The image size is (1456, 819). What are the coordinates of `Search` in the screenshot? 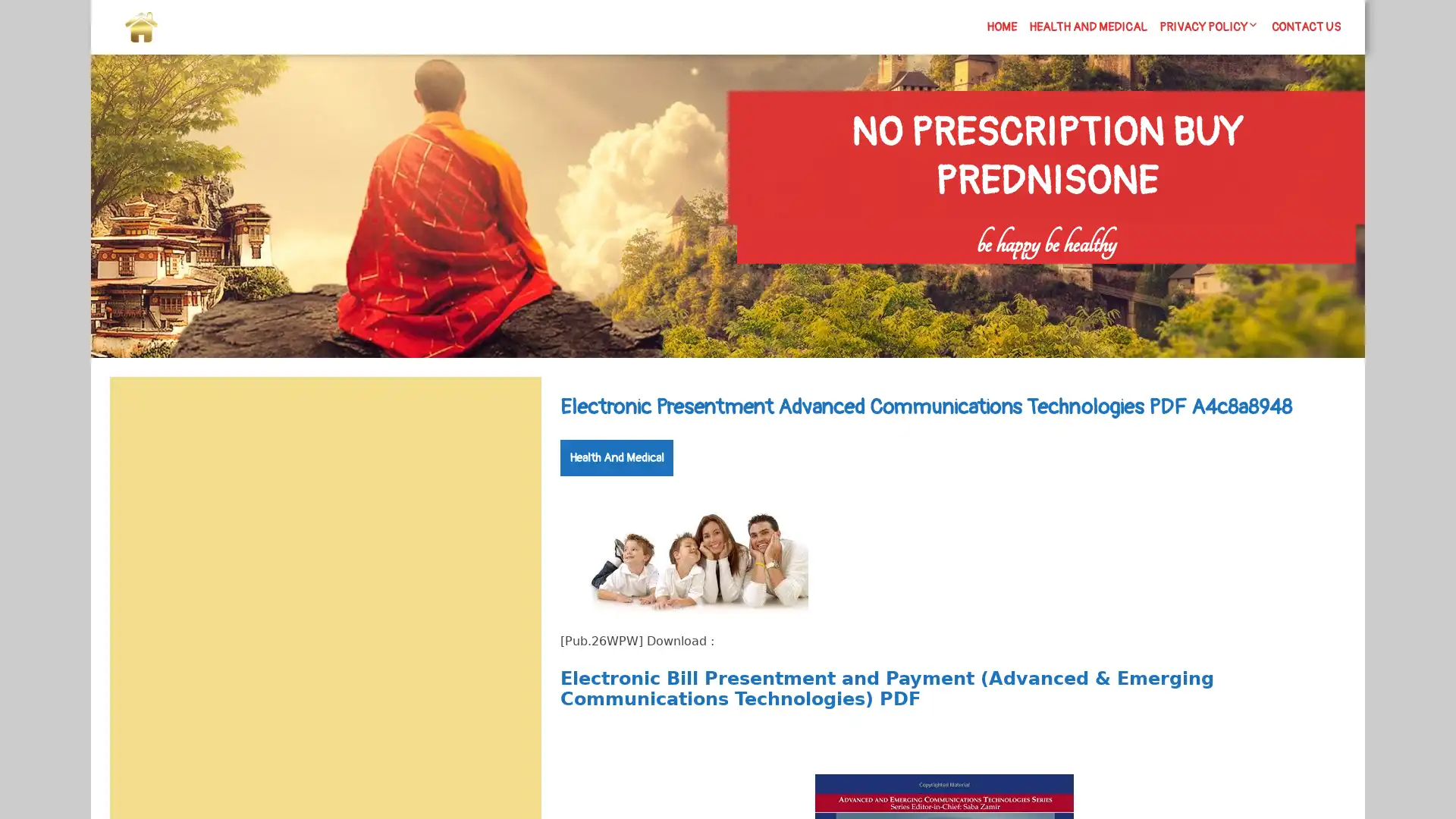 It's located at (506, 413).